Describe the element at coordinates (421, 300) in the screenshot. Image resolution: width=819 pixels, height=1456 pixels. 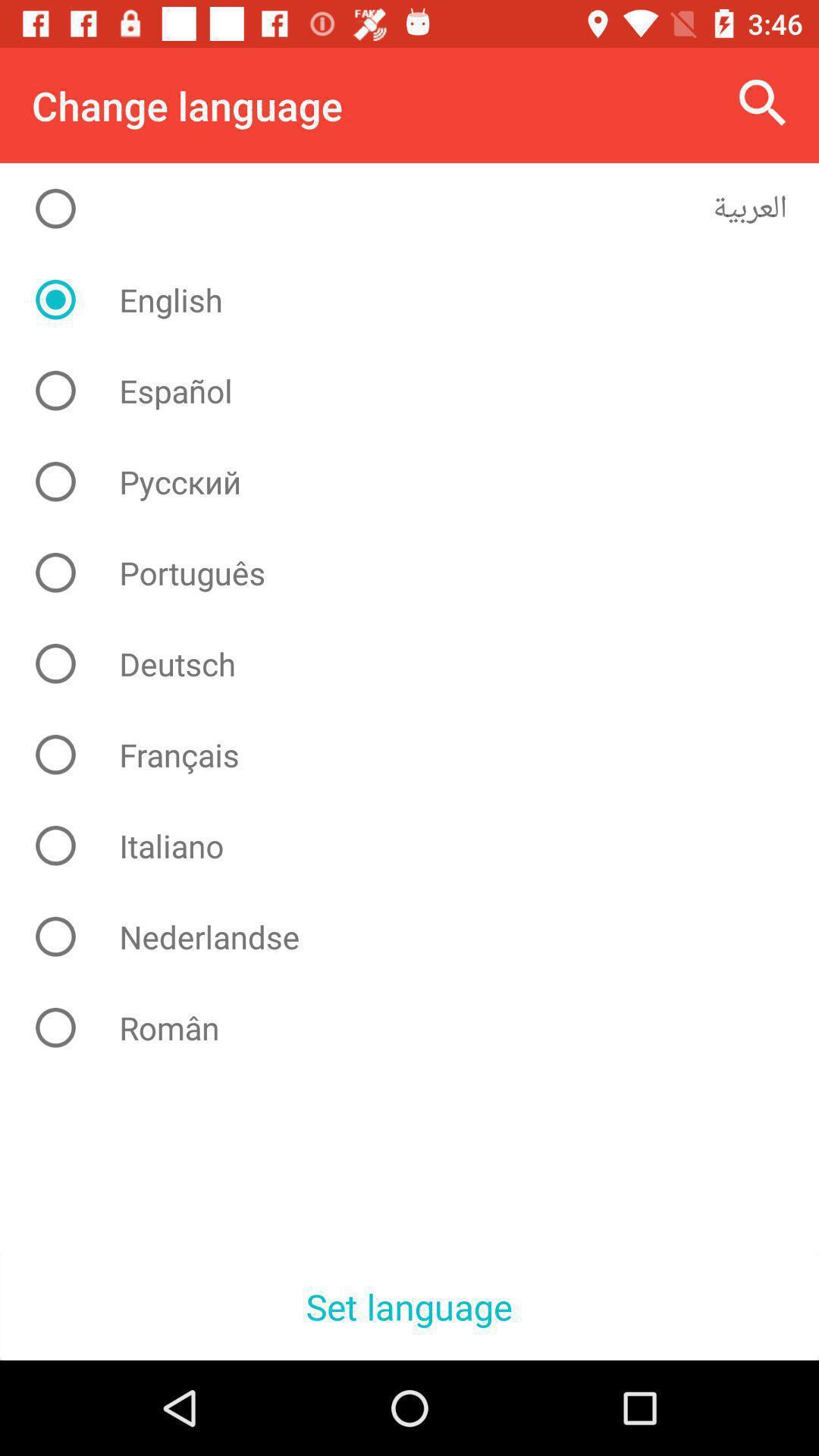
I see `the english` at that location.